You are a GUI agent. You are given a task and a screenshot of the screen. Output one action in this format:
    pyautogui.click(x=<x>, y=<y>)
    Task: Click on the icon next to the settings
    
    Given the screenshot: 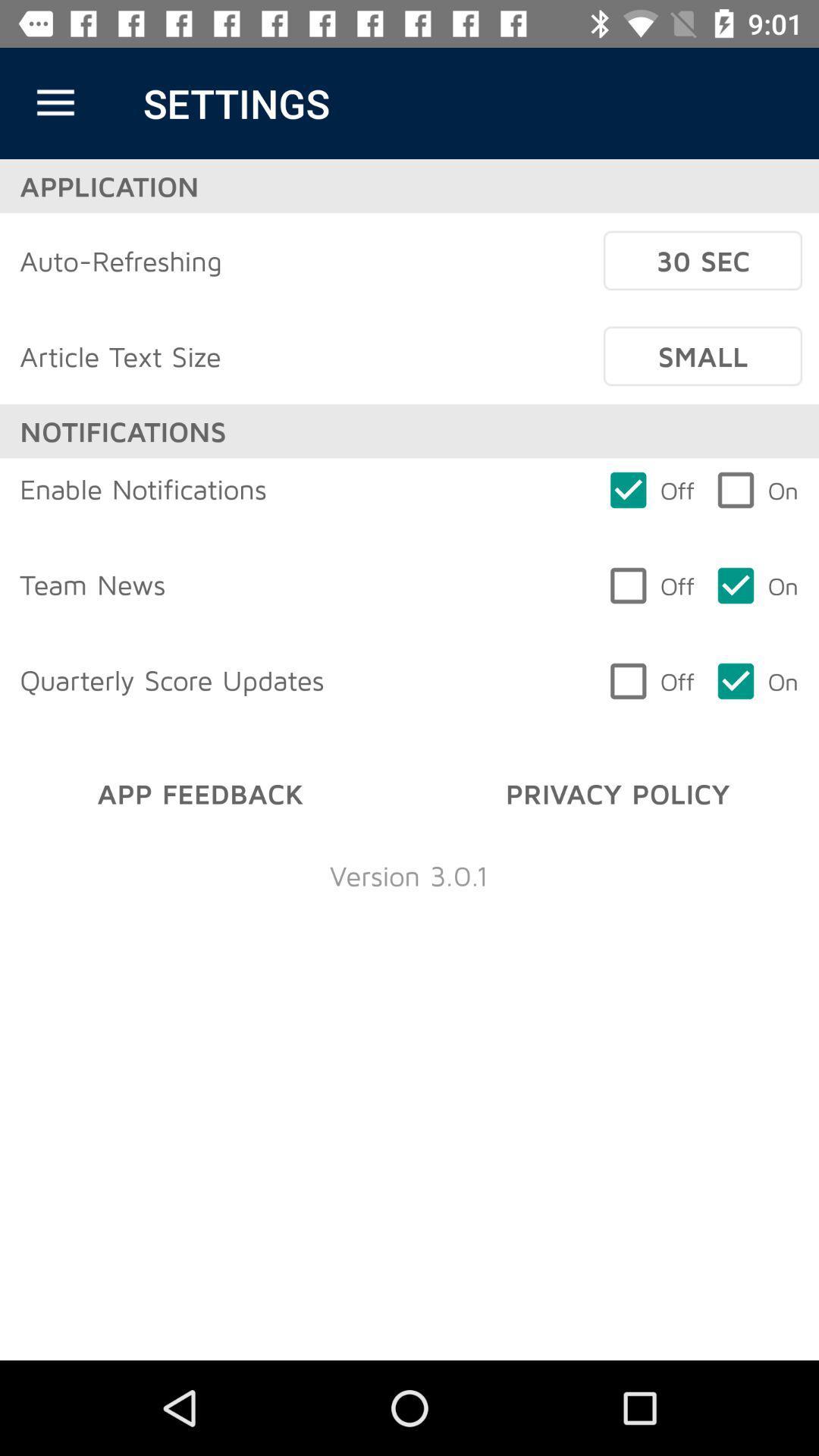 What is the action you would take?
    pyautogui.click(x=55, y=102)
    